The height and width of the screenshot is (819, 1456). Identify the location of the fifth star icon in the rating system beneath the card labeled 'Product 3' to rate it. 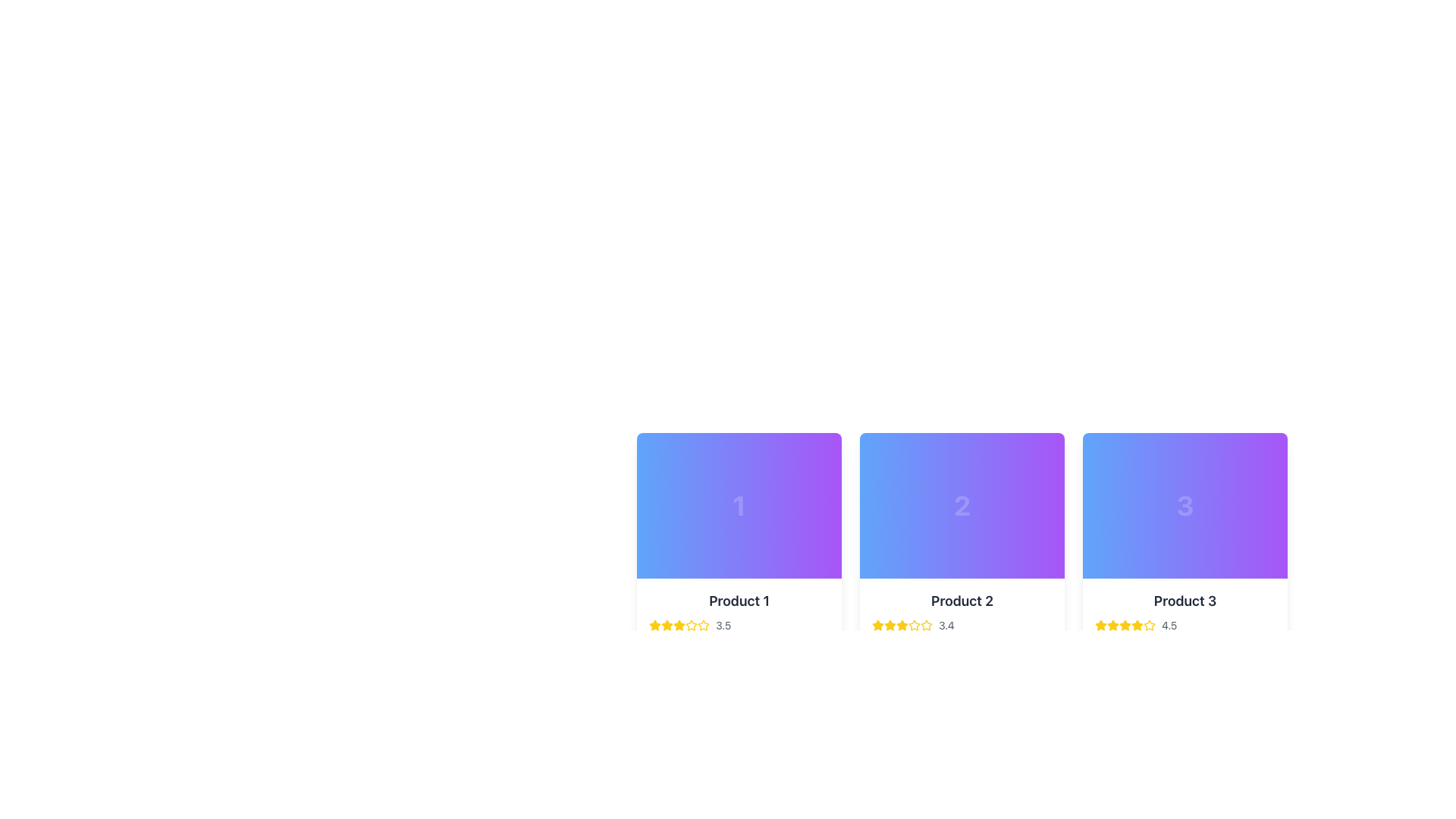
(1150, 625).